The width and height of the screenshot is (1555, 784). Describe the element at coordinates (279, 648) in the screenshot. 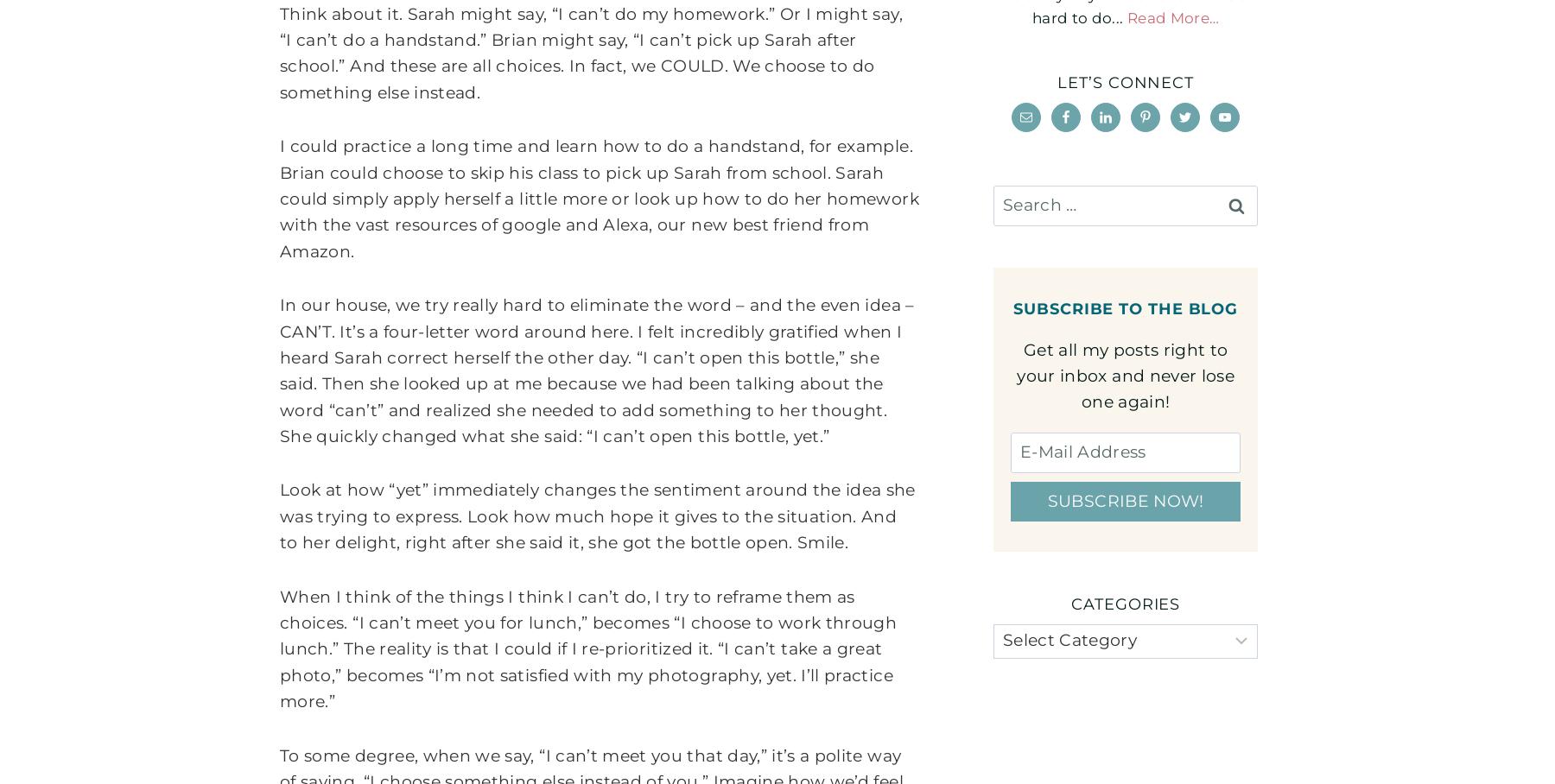

I see `'When I think of the things I think I can’t do, I try to reframe them as choices. “I can’t meet you for lunch,” becomes “I choose to work through lunch.” The reality is that I could if I re-prioritized it. “I can’t take a great photo,” becomes “I’m not satisfied with my photography, yet. I’ll practice more.”'` at that location.